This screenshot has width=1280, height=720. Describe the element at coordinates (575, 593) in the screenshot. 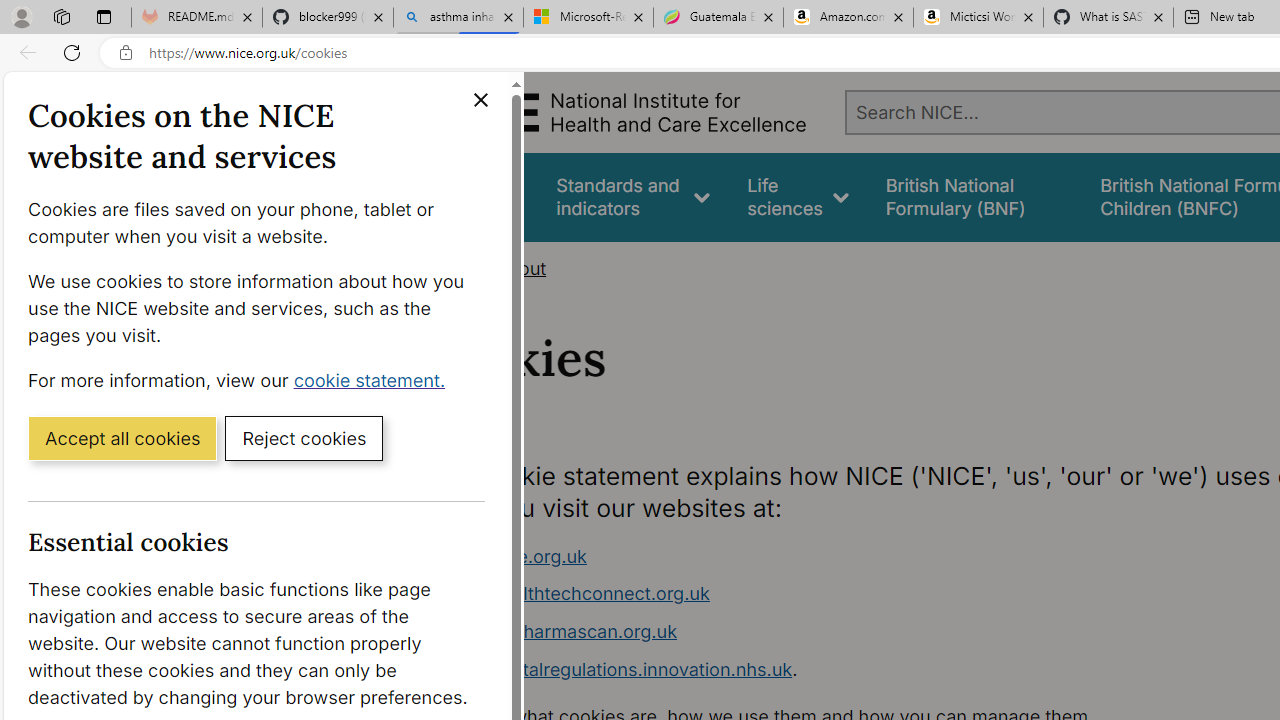

I see `'www.healthtechconnect.org.uk'` at that location.